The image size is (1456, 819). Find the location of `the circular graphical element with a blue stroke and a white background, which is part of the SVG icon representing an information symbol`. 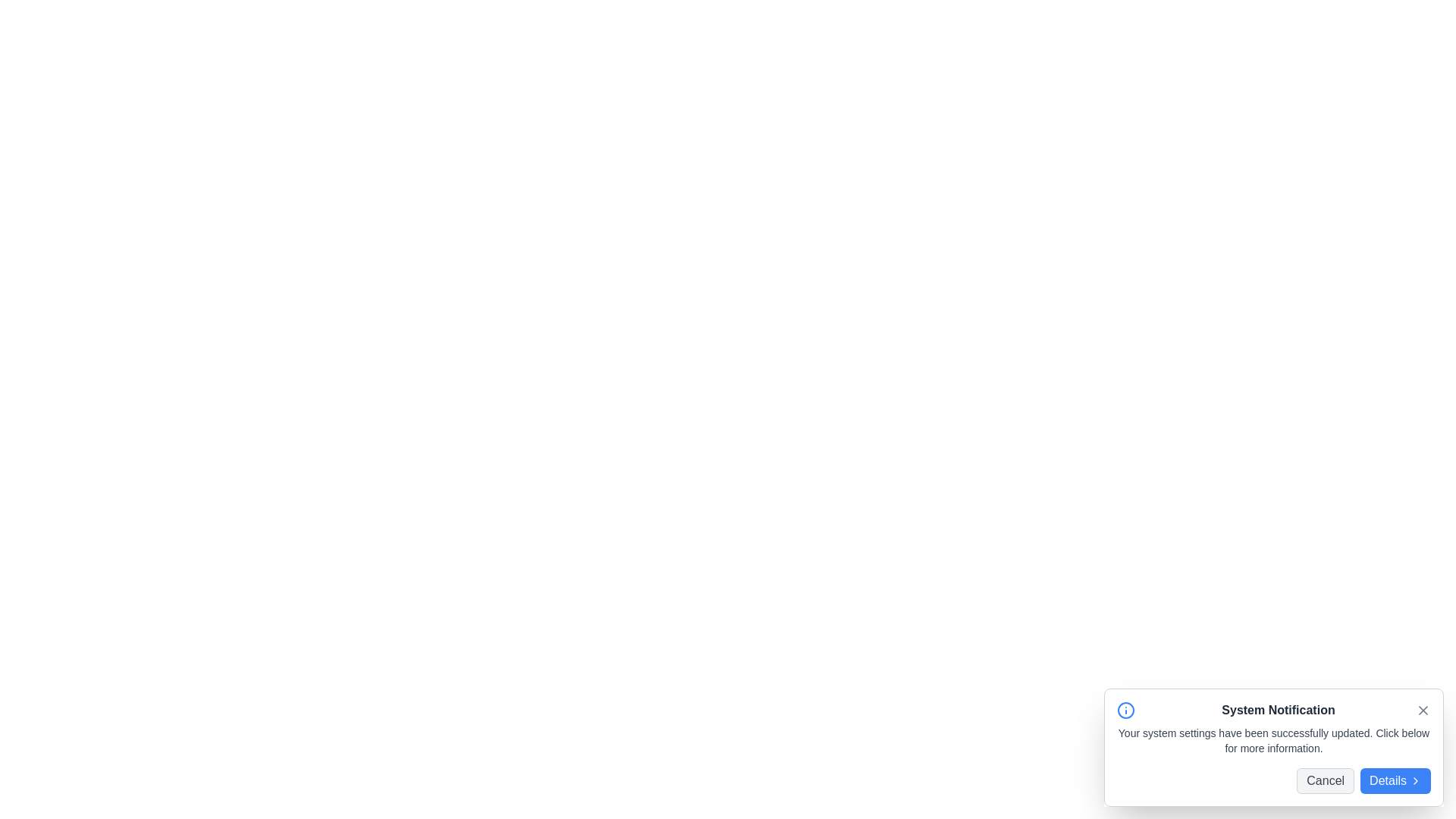

the circular graphical element with a blue stroke and a white background, which is part of the SVG icon representing an information symbol is located at coordinates (1125, 711).